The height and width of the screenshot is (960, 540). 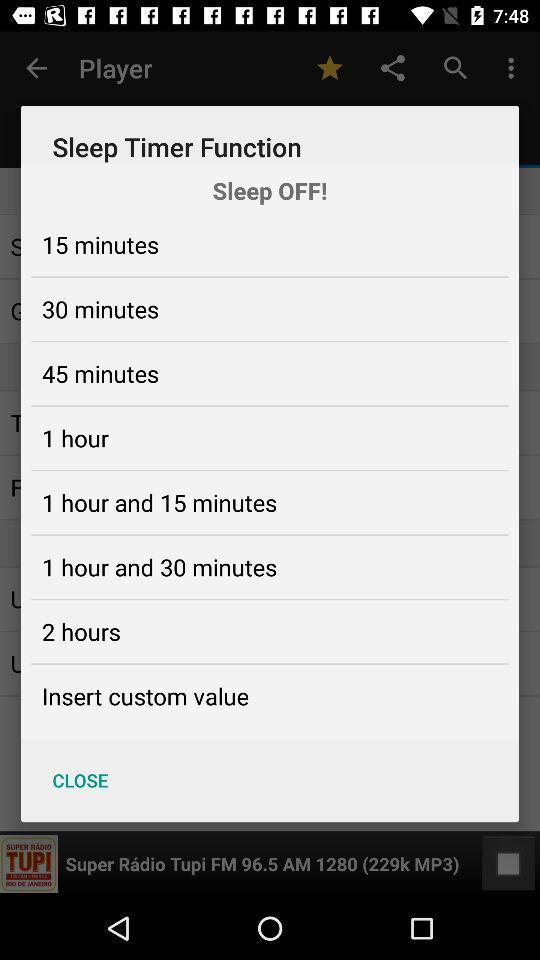 What do you see at coordinates (80, 630) in the screenshot?
I see `item below 1 hour and item` at bounding box center [80, 630].